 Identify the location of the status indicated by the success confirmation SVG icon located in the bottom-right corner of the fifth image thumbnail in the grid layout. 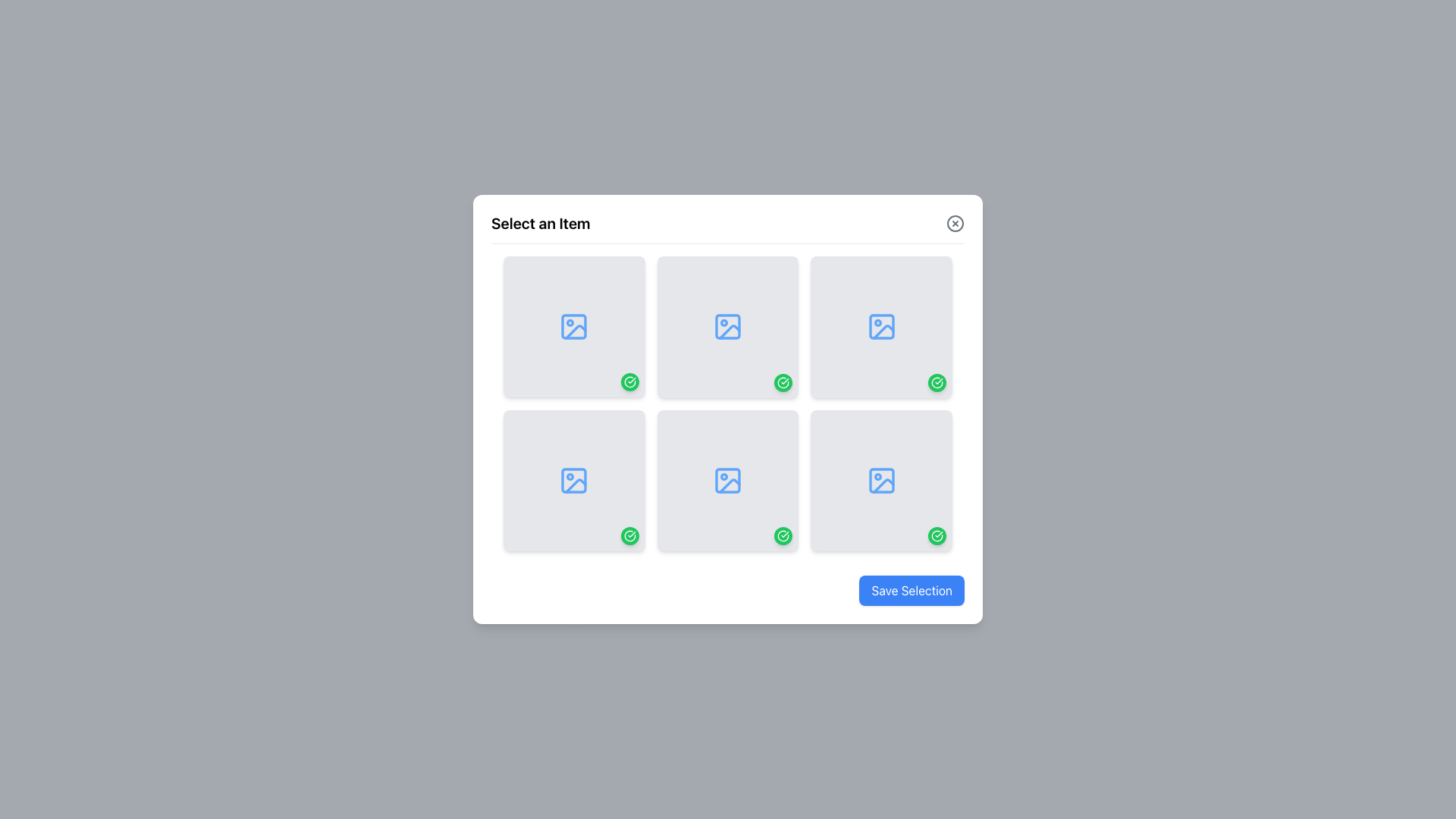
(937, 535).